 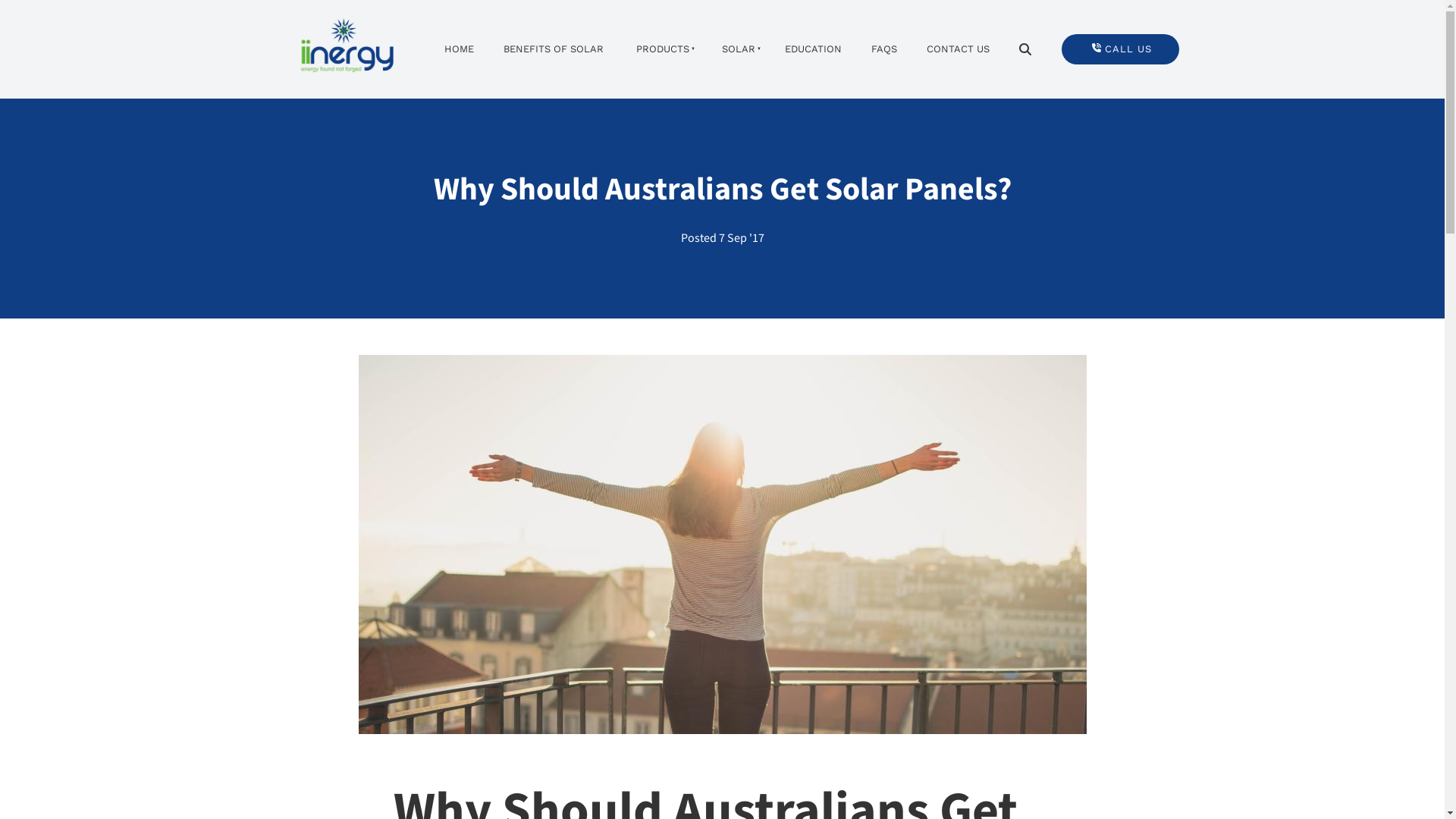 I want to click on 'HOME', so click(x=458, y=49).